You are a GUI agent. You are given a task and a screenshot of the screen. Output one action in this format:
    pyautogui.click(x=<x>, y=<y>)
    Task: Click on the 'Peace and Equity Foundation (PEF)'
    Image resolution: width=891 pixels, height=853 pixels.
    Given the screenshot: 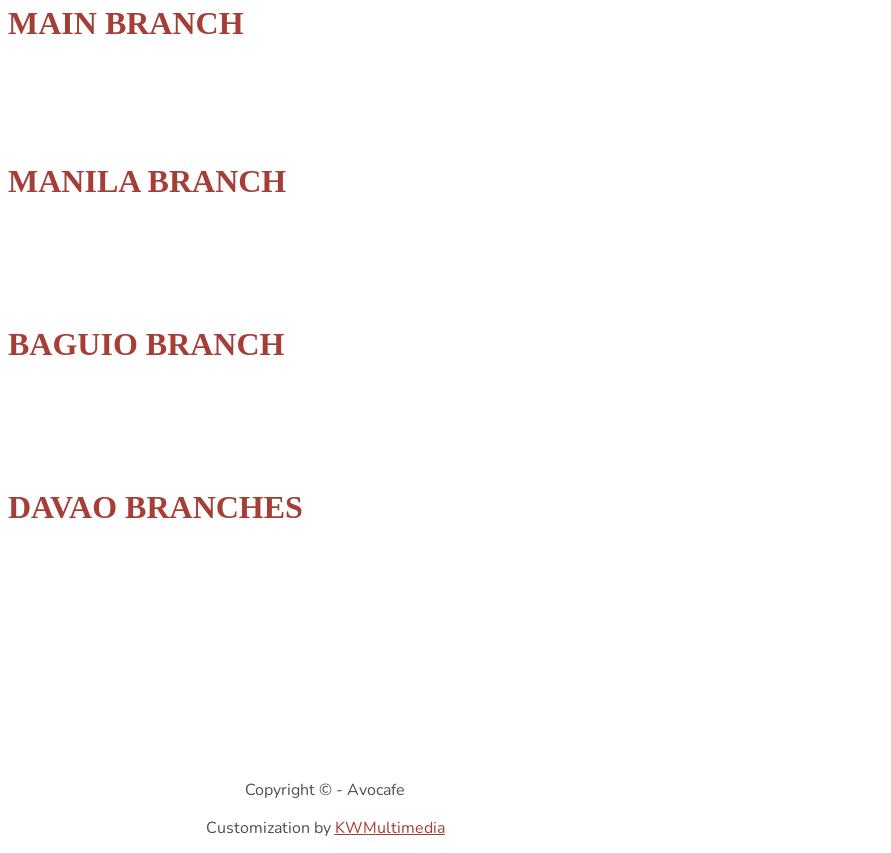 What is the action you would take?
    pyautogui.click(x=110, y=557)
    